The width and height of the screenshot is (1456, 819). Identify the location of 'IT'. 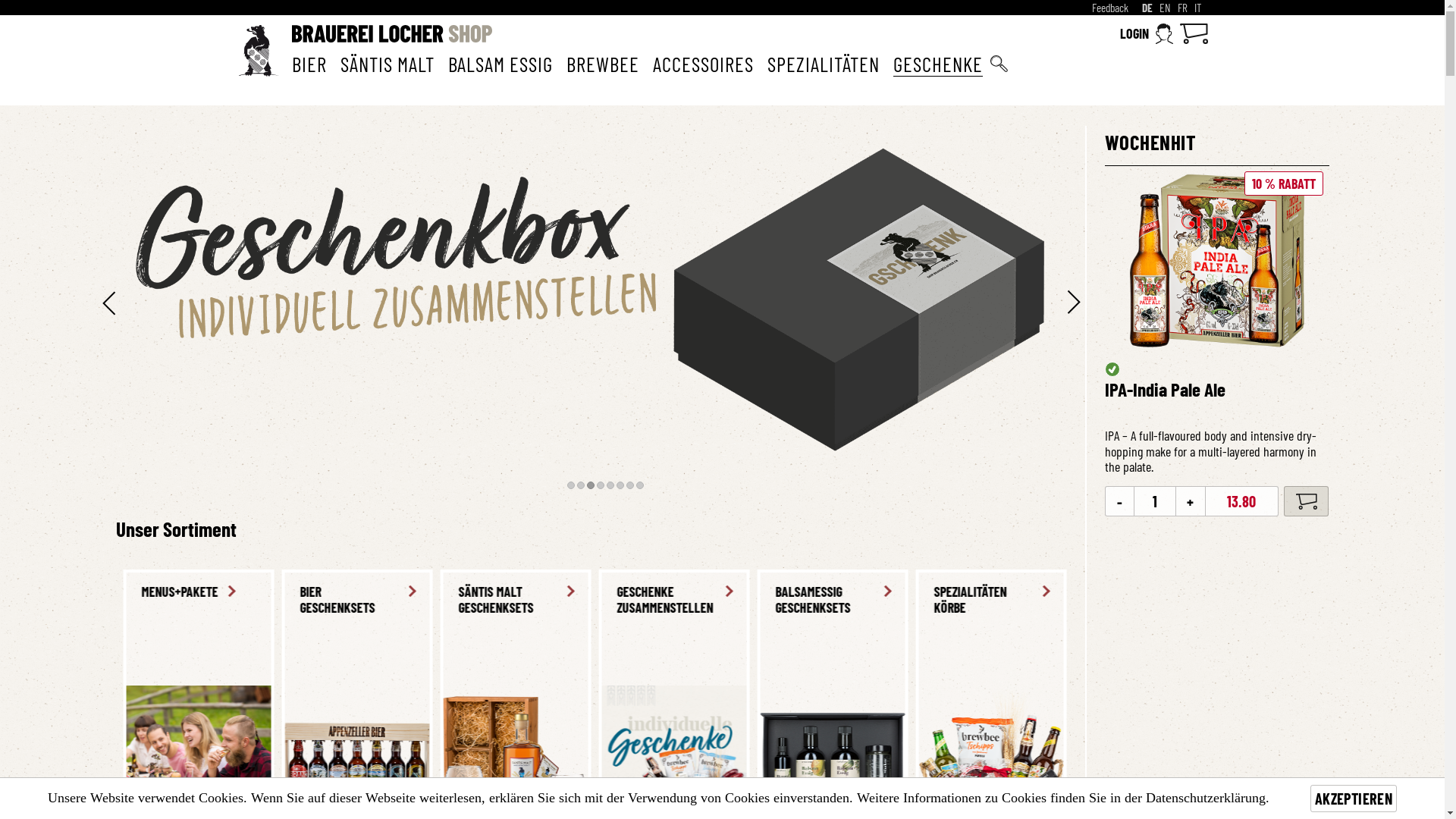
(1193, 8).